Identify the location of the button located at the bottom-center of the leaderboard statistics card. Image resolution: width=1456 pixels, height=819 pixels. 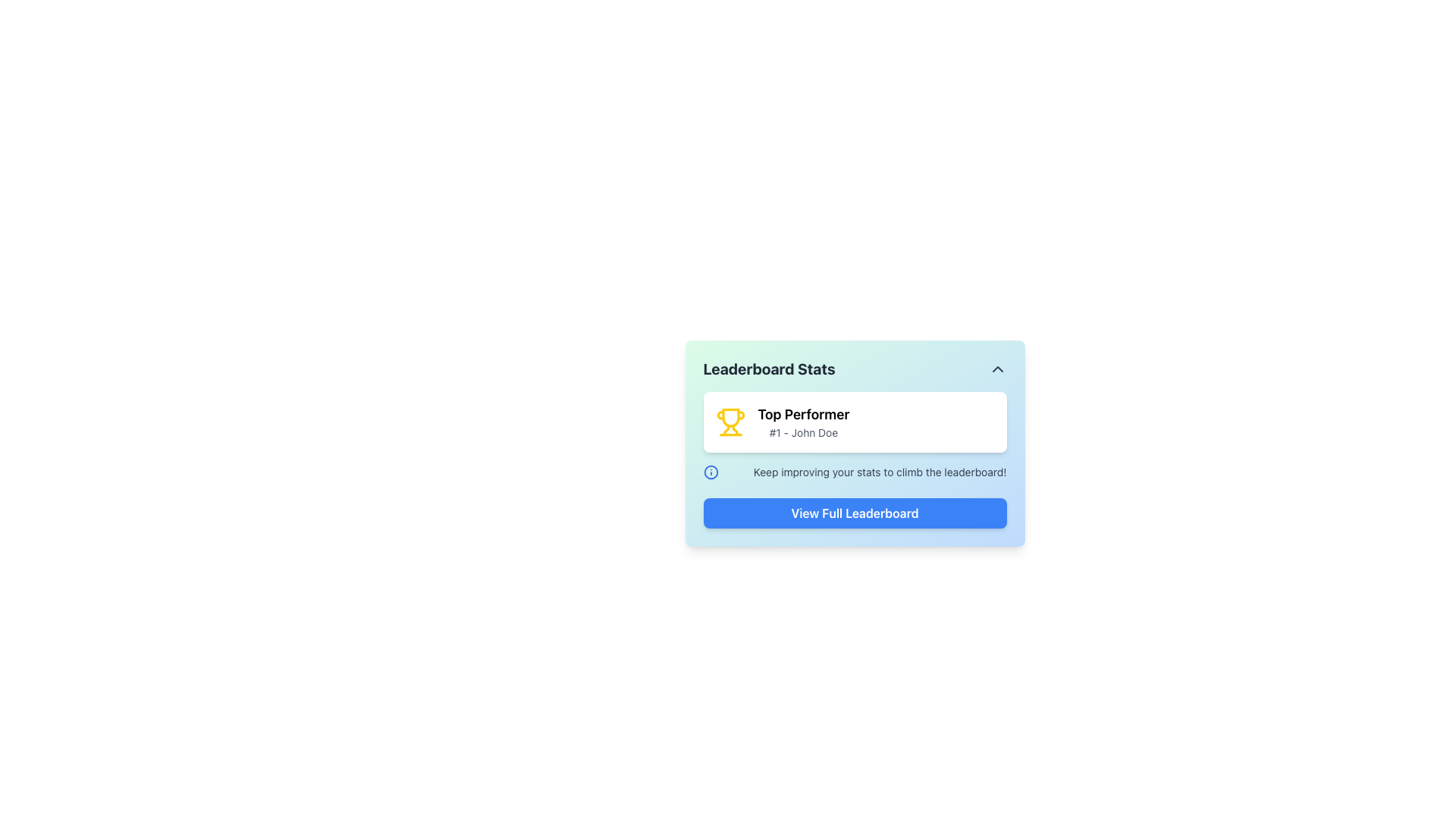
(855, 513).